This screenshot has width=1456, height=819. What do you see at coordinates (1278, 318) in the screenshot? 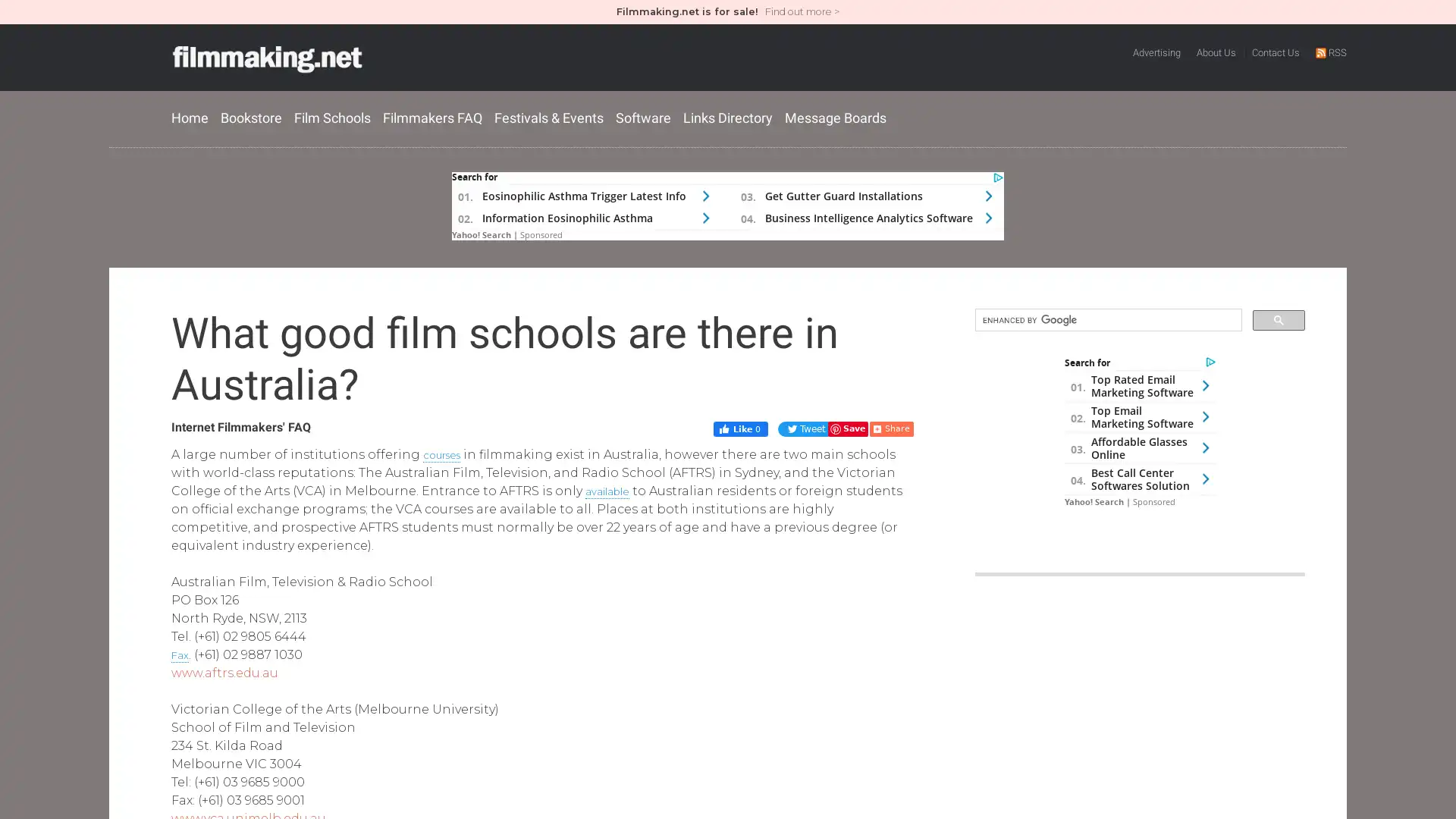
I see `search` at bounding box center [1278, 318].